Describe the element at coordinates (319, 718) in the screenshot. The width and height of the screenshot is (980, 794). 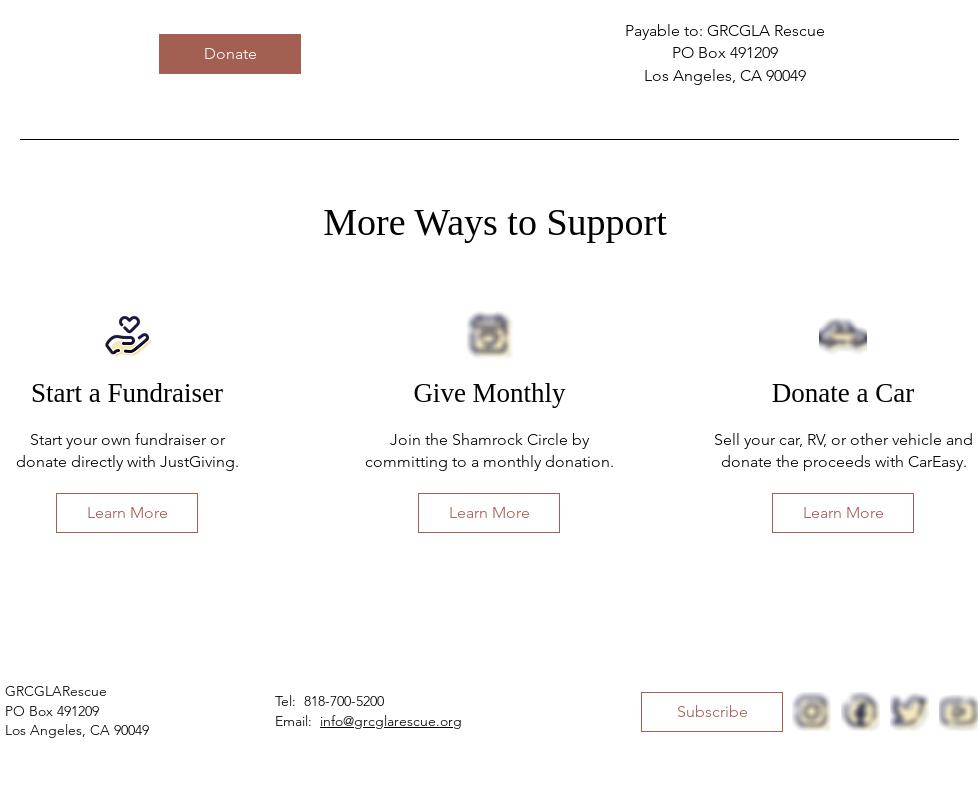
I see `'info@grcglarescue.org'` at that location.